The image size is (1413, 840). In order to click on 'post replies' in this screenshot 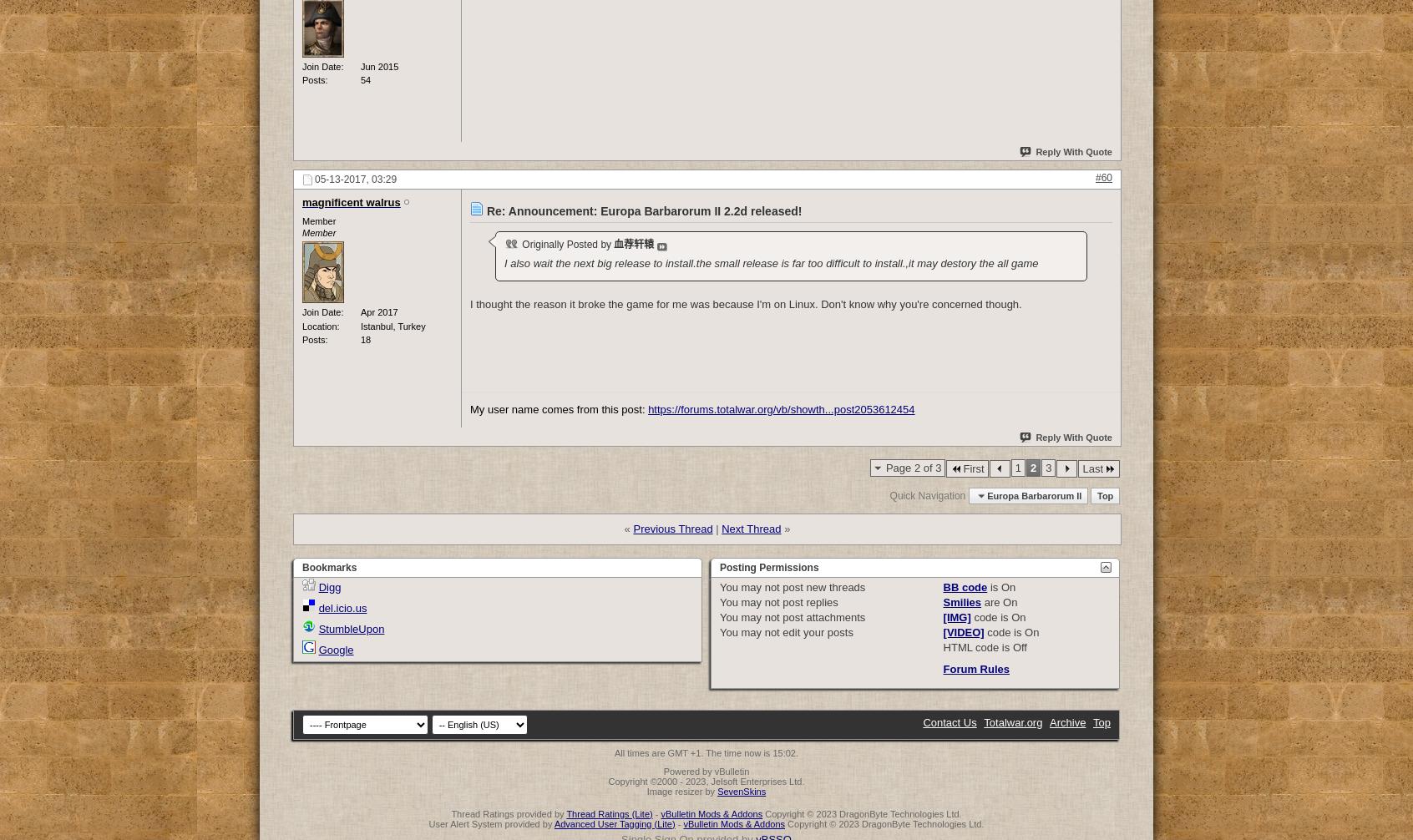, I will do `click(808, 601)`.